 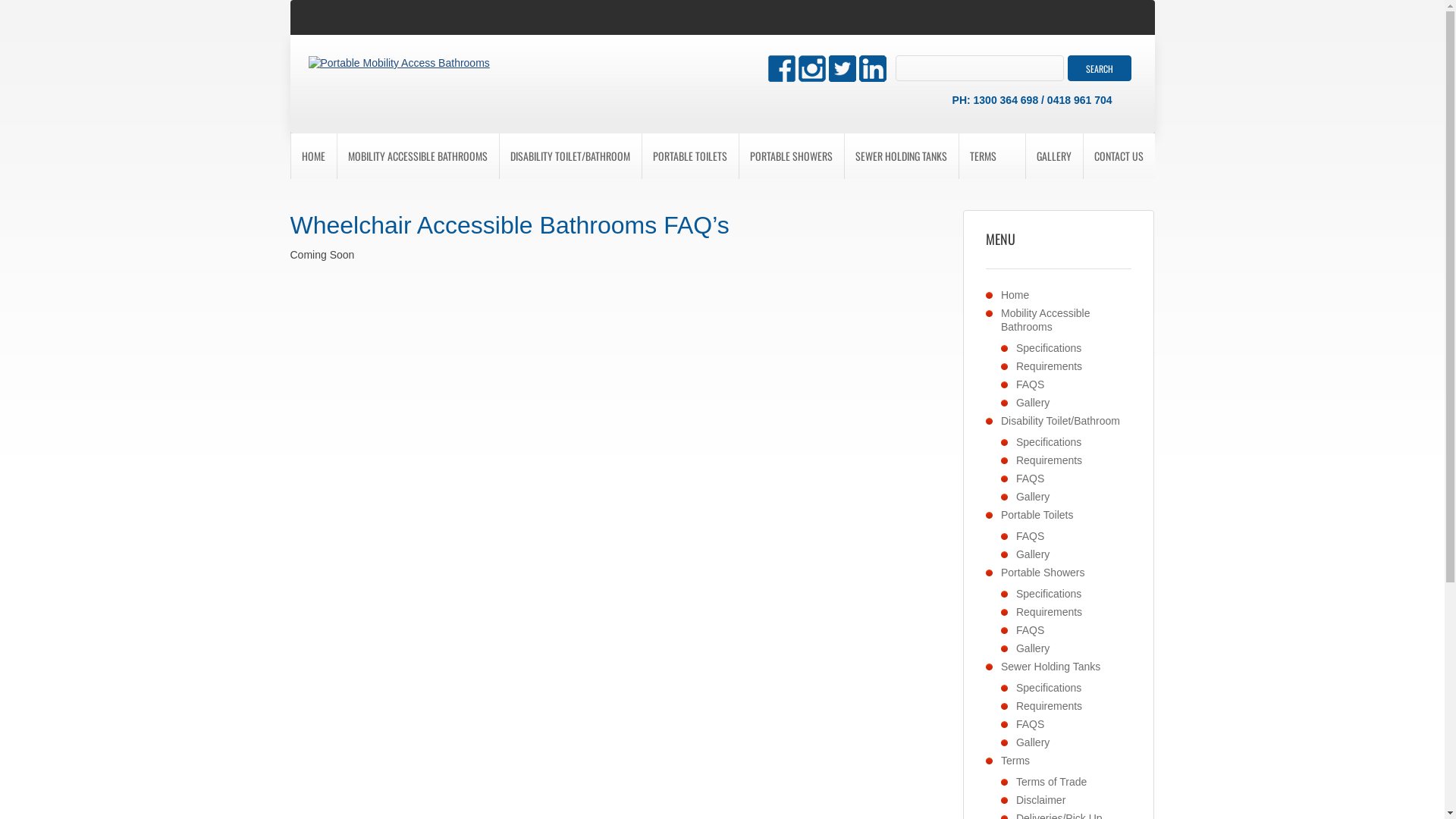 What do you see at coordinates (1048, 366) in the screenshot?
I see `'Requirements'` at bounding box center [1048, 366].